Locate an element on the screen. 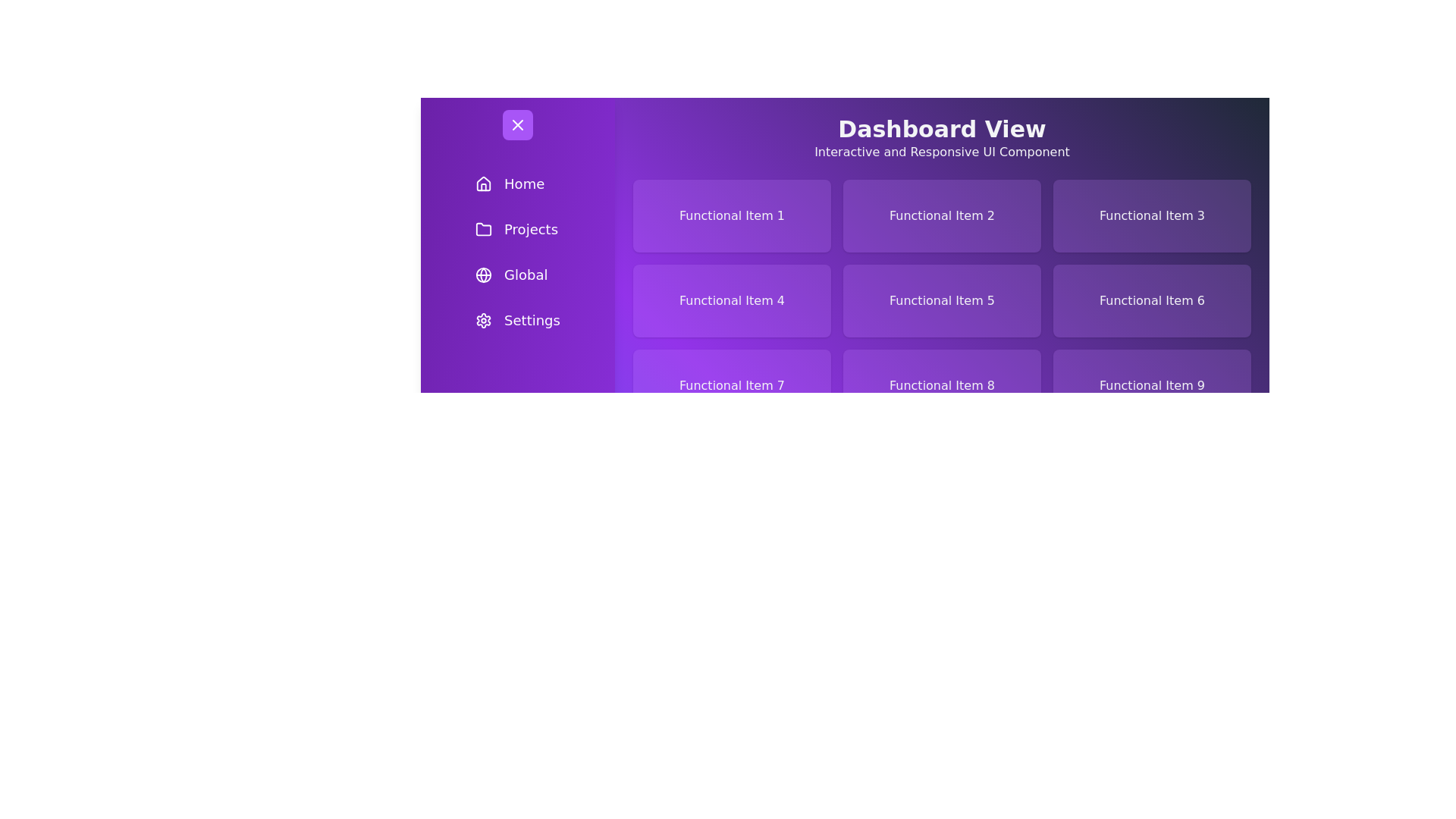 The width and height of the screenshot is (1456, 819). the menu item labeled 'Projects' to observe its hover effect is located at coordinates (517, 230).